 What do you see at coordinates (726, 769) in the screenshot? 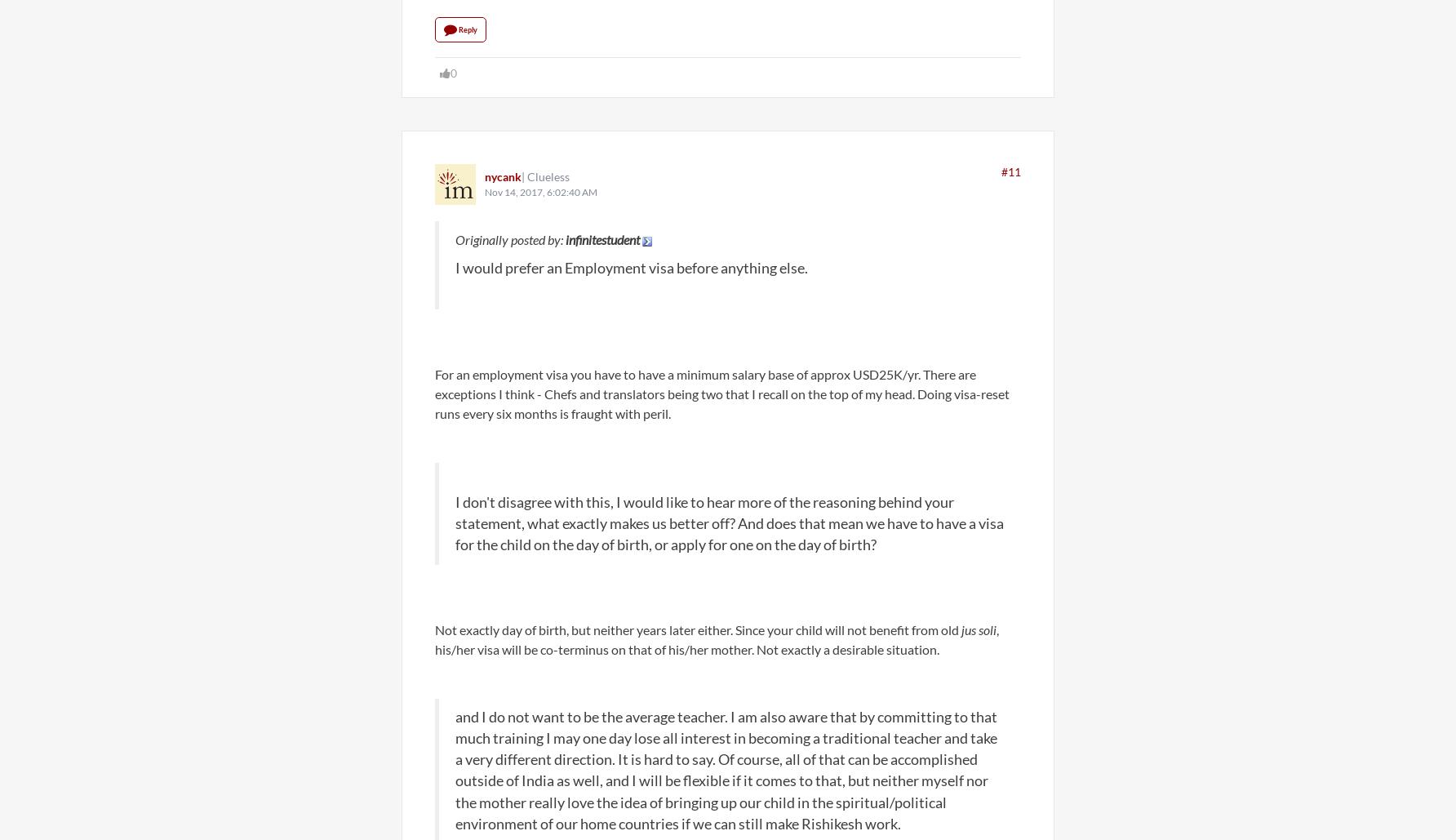
I see `'and I do not want to be the average teacher. I am also aware that by committing to that much training I may one day lose all interest in becoming a traditional teacher and take a very different direction. It is hard to say. Of course, all of that can be accomplished outside of India as well, and I will be flexible if it comes to that, but neither myself nor the mother really love the idea of bringing up our child in the spiritual/political environment of our home countries if we can still make Rishikesh work.'` at bounding box center [726, 769].